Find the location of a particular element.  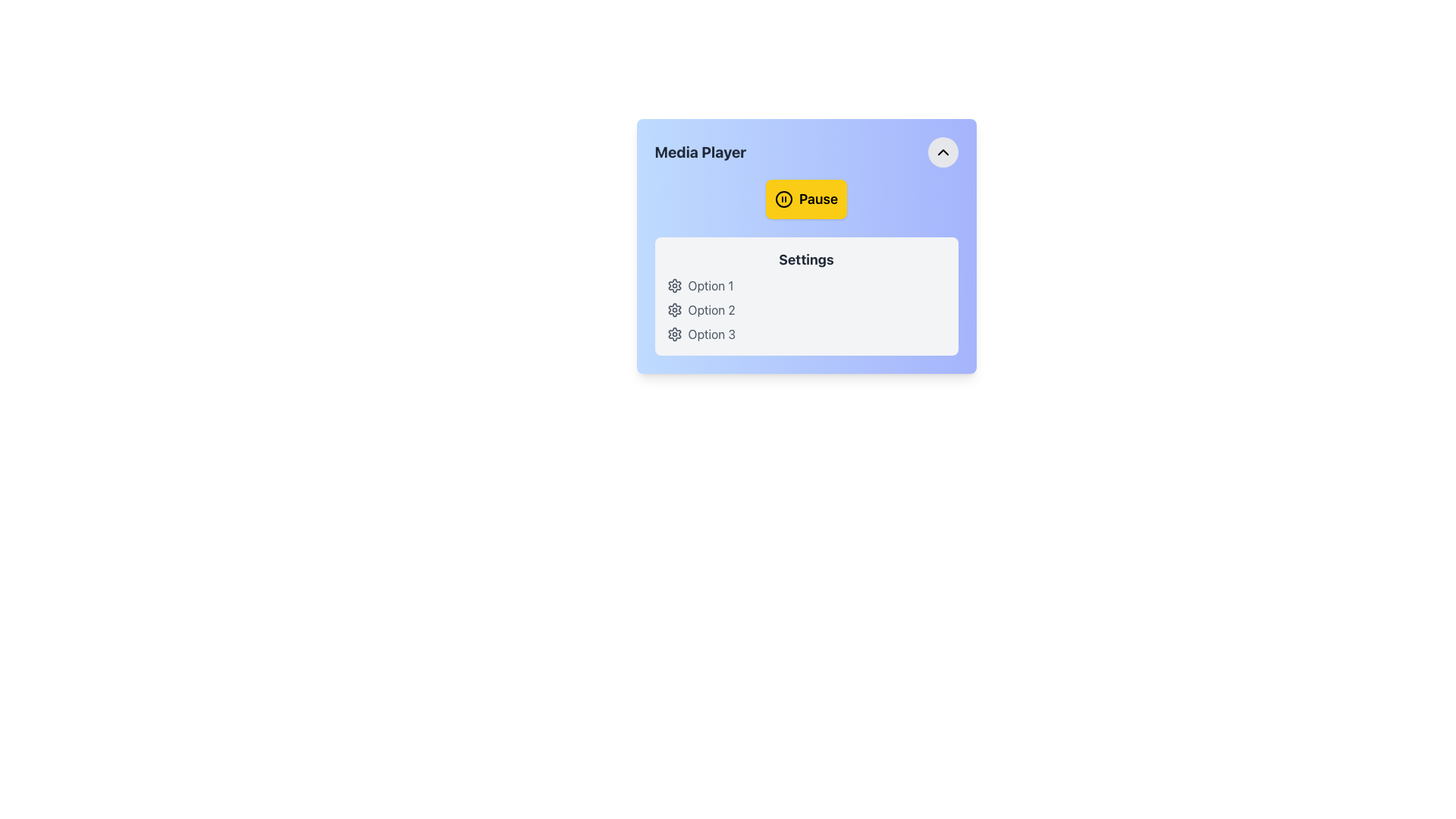

the gear-shaped icon with a gray outline located next to the text 'Option 1' in the 'Settings' section is located at coordinates (673, 286).